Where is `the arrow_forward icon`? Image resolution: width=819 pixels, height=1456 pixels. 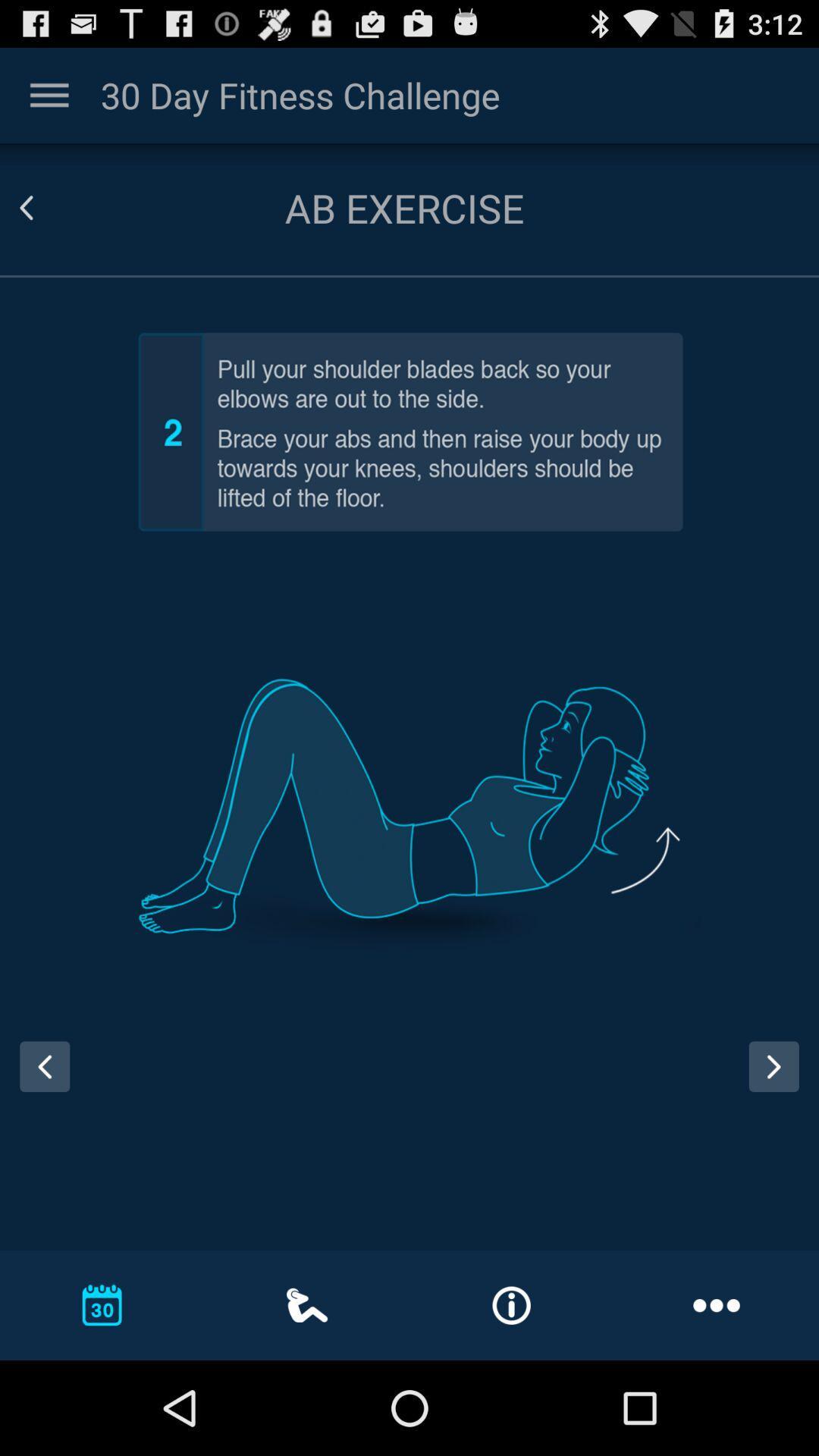 the arrow_forward icon is located at coordinates (779, 1156).